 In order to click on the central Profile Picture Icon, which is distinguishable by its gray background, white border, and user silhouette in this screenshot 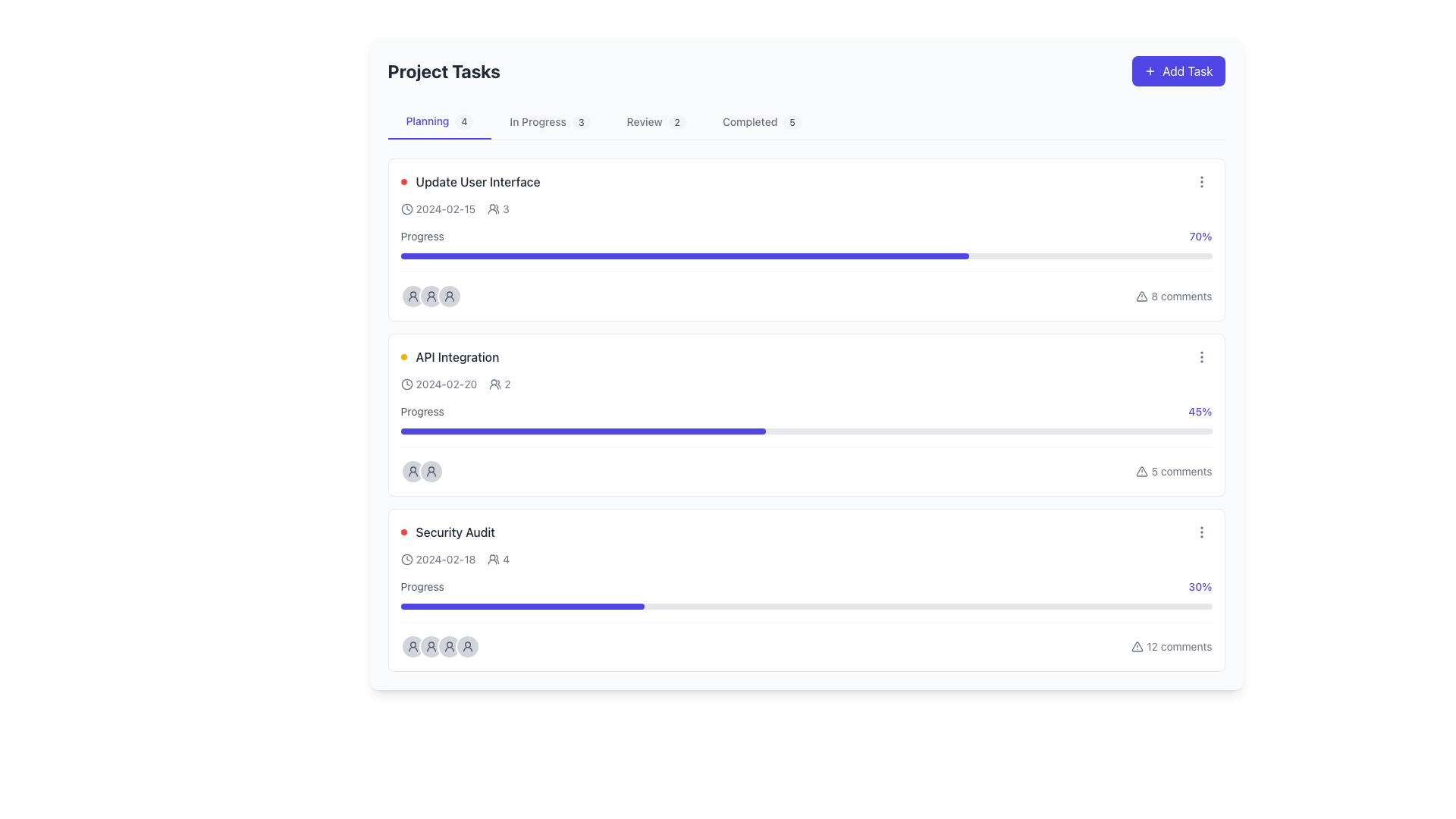, I will do `click(430, 296)`.